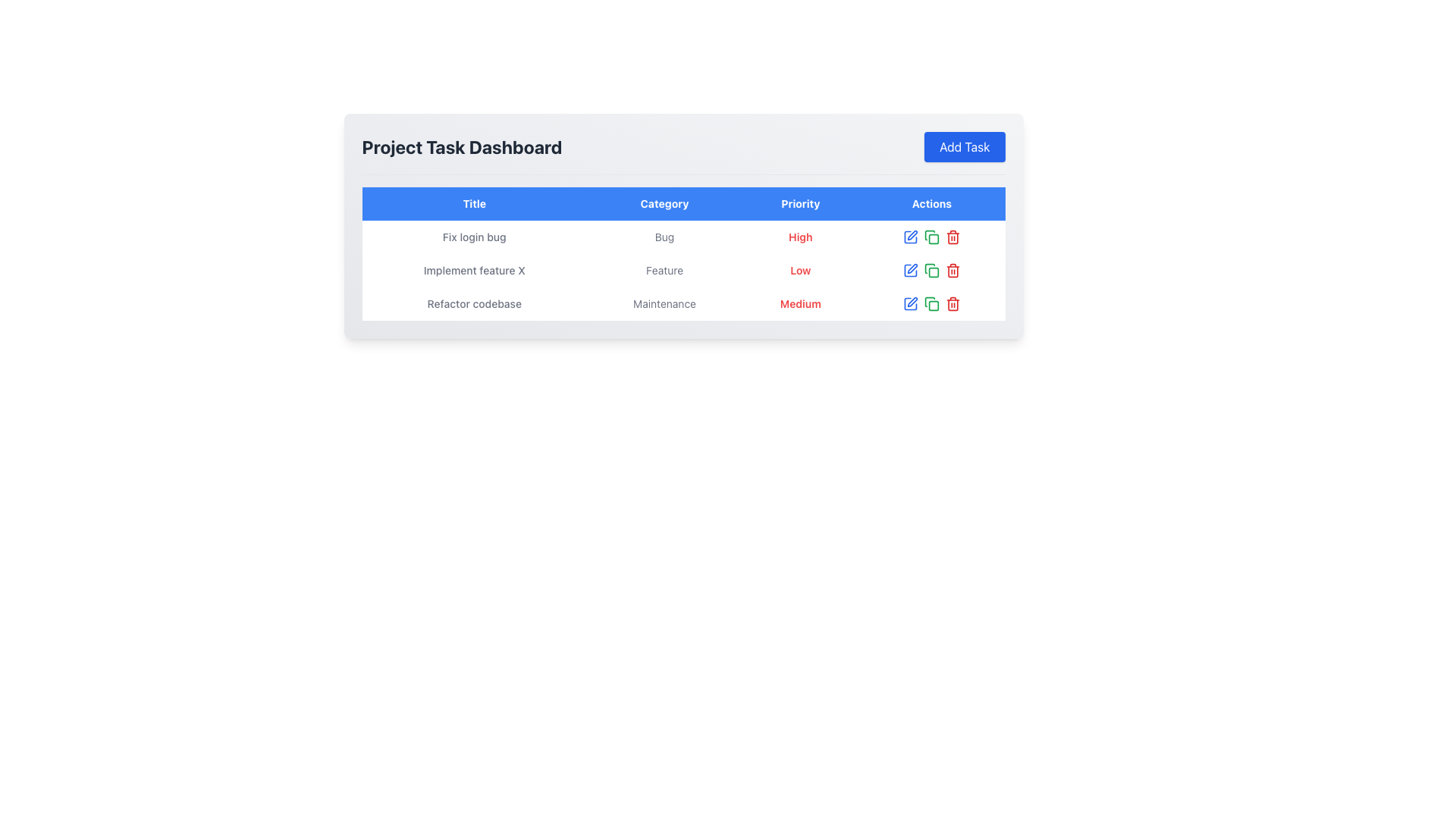  What do you see at coordinates (473, 203) in the screenshot?
I see `text content of the Table Header Cell labeled 'Title', which indicates the content type of the first column in the Project Task Dashboard` at bounding box center [473, 203].